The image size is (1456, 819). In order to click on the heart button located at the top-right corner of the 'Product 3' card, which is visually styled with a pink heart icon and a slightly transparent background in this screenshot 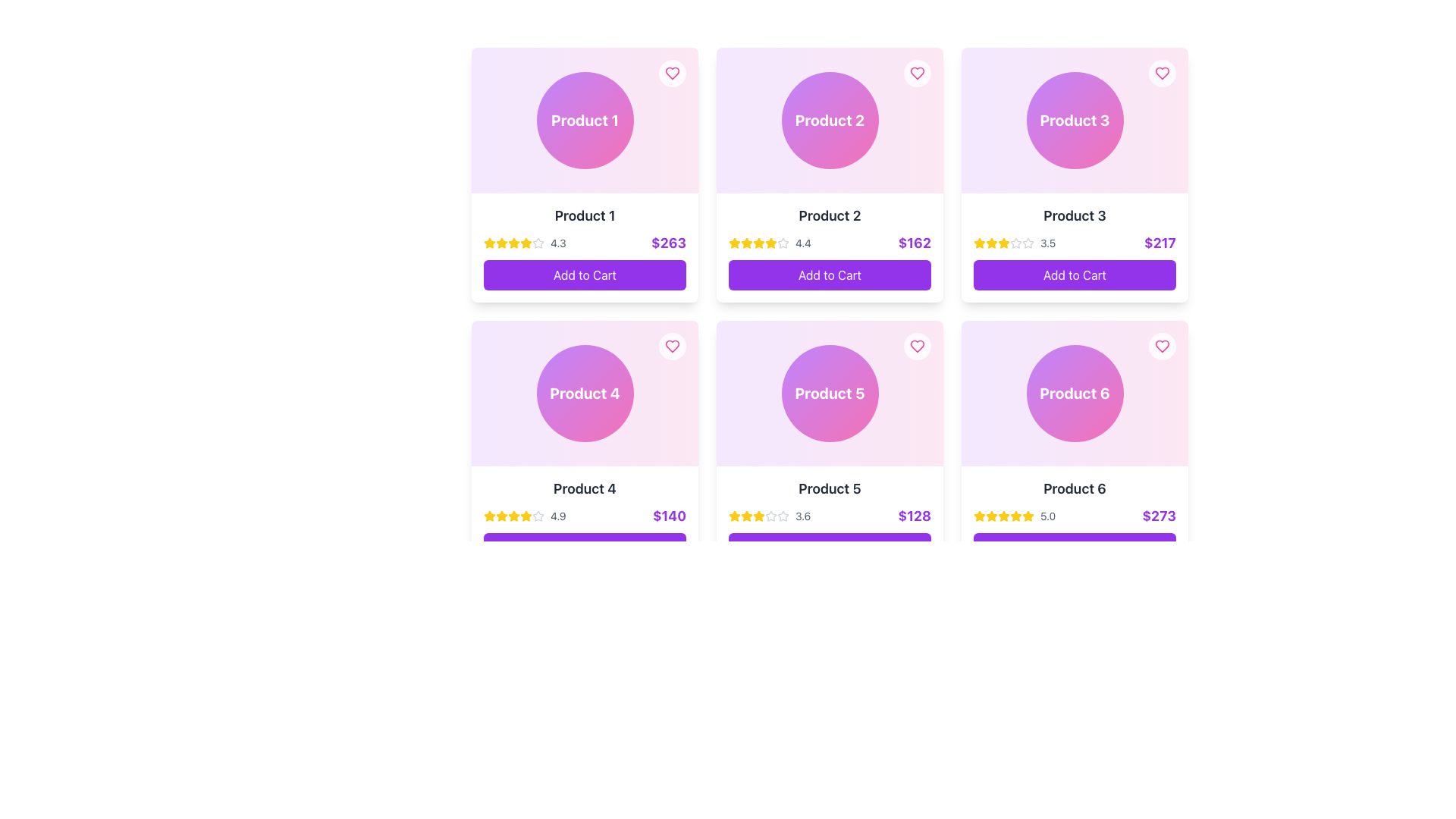, I will do `click(1161, 73)`.